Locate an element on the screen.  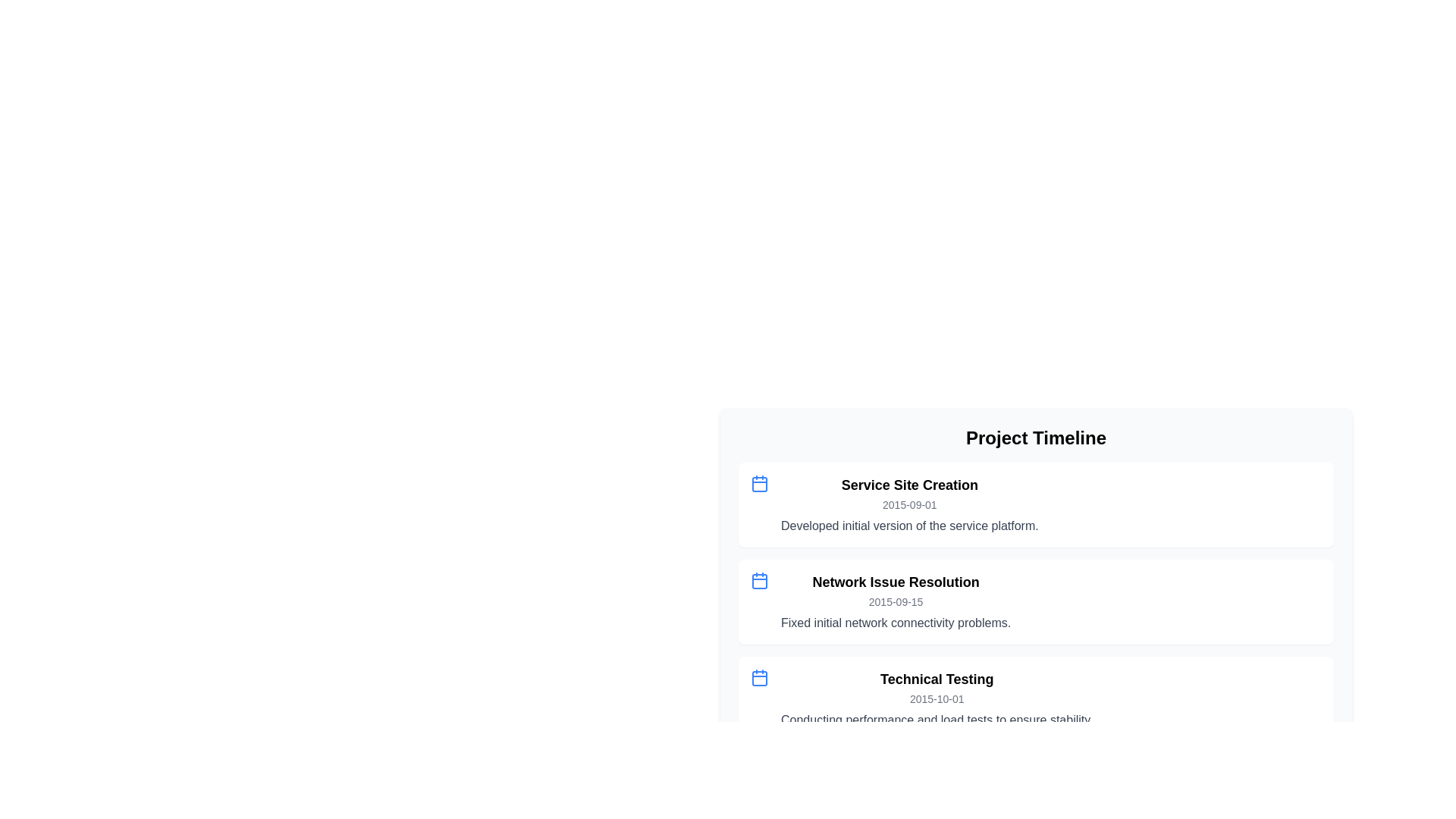
the icon indicating the date associated with the 'Technical Testing' event in the project timeline, located at the leftmost position of the third entry in a vertical list is located at coordinates (760, 677).